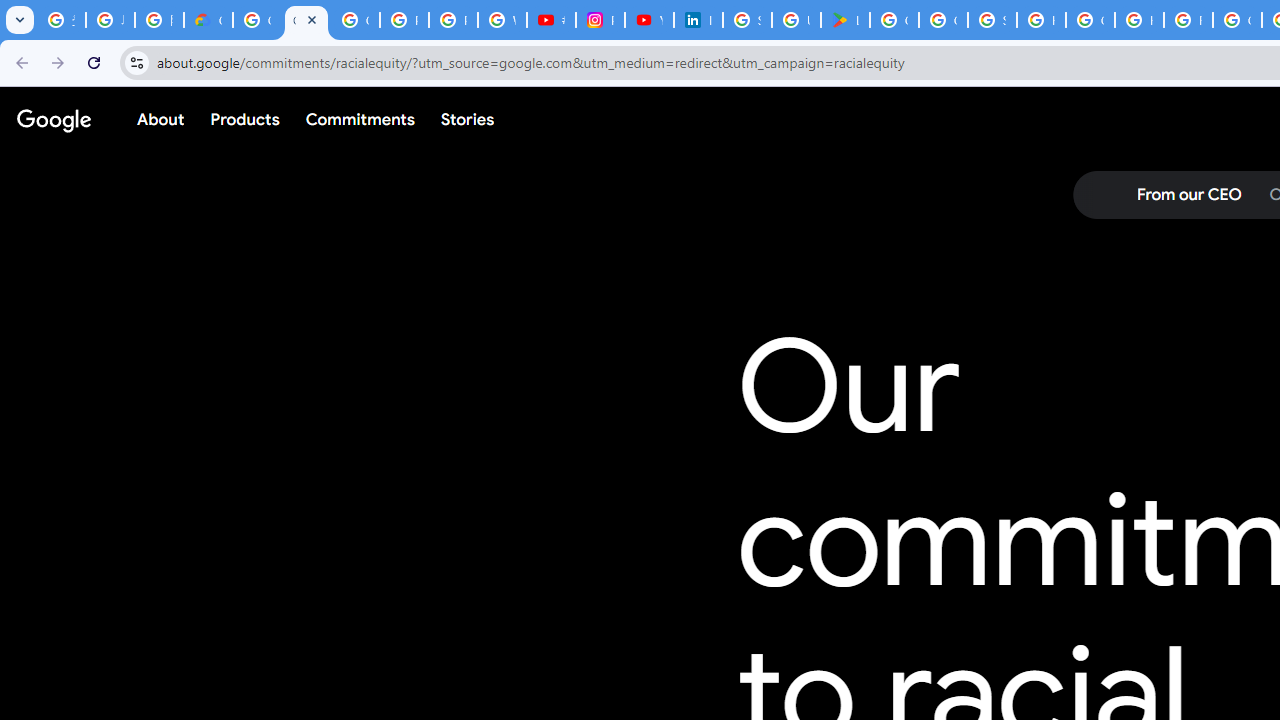 The width and height of the screenshot is (1280, 720). Describe the element at coordinates (161, 119) in the screenshot. I see `'About'` at that location.